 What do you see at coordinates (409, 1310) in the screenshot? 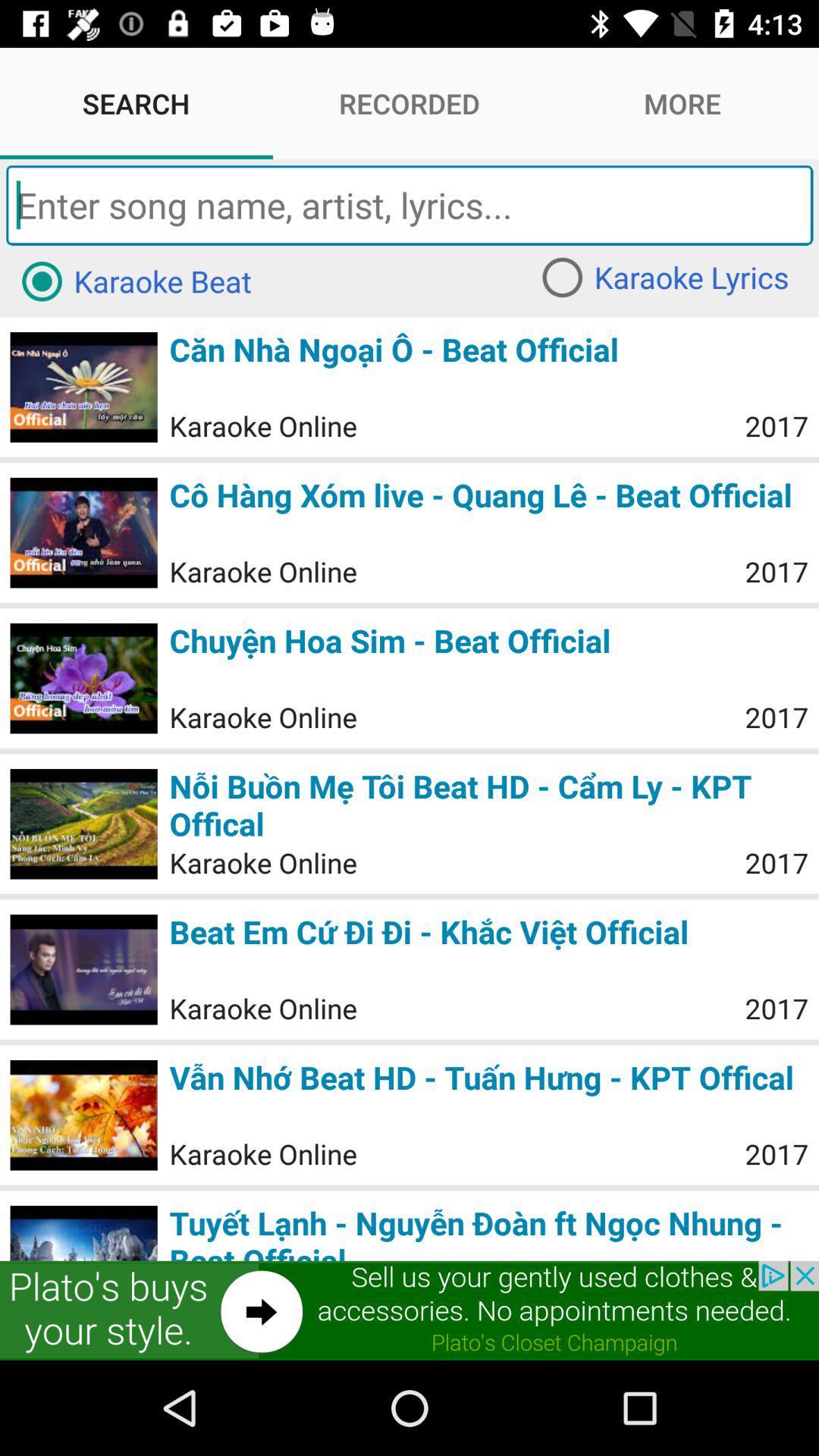
I see `the adversitement` at bounding box center [409, 1310].